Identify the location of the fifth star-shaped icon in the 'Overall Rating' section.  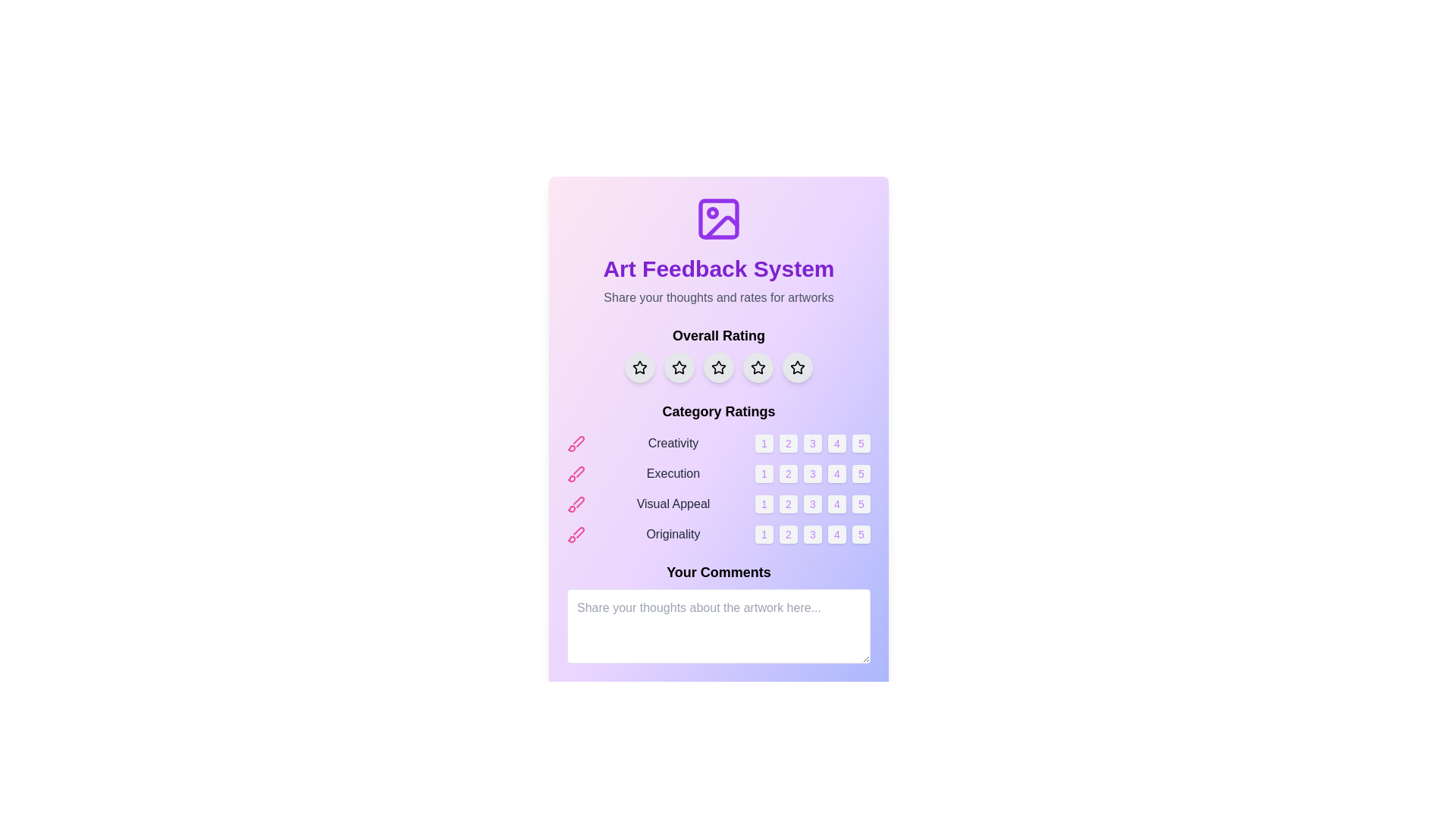
(796, 368).